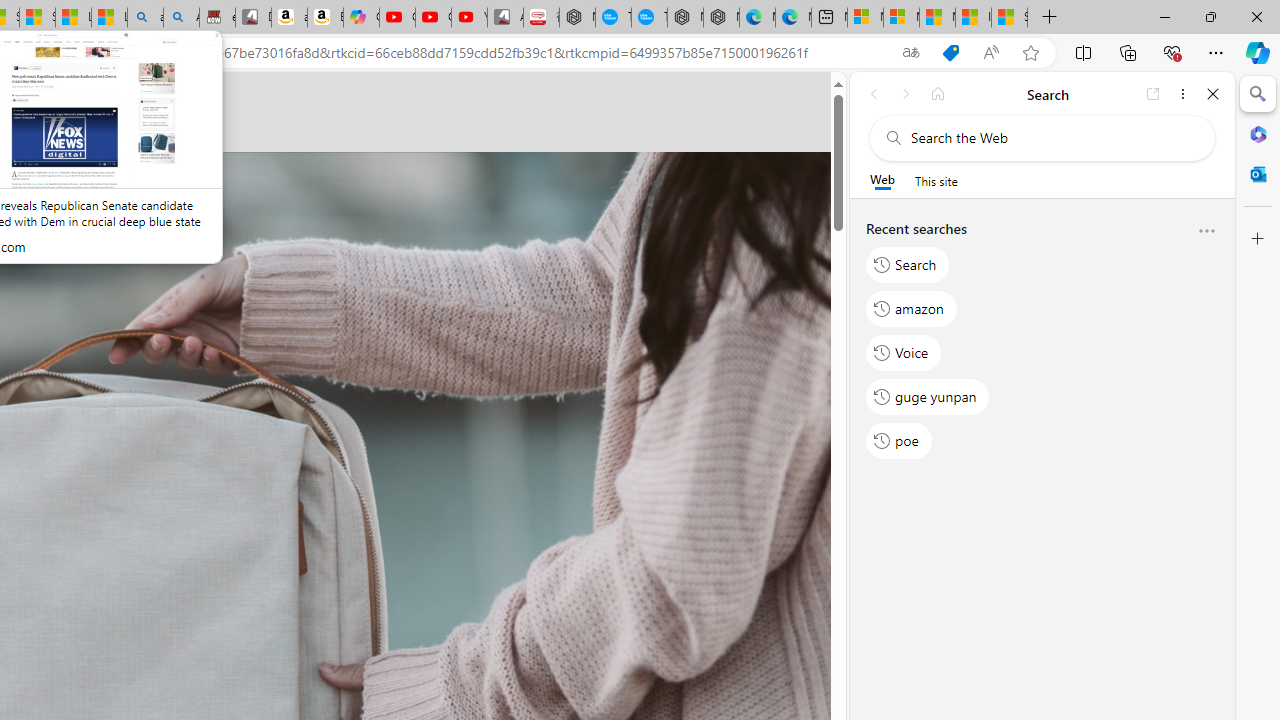 Image resolution: width=1280 pixels, height=720 pixels. What do you see at coordinates (900, 17) in the screenshot?
I see `'Microsoft account | Privacy'` at bounding box center [900, 17].